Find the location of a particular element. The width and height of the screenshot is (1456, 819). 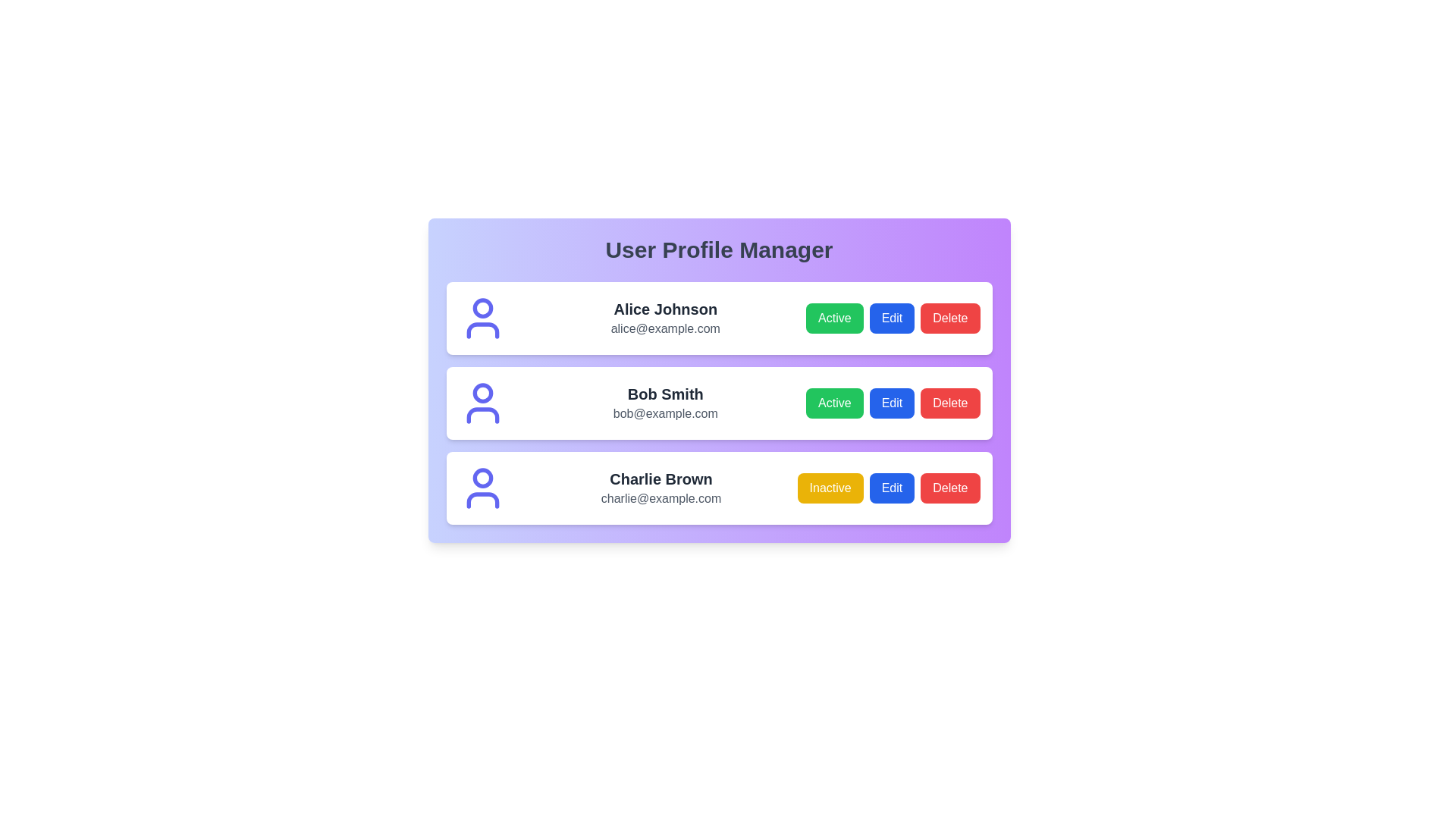

the profile icon for Alice Johnson is located at coordinates (482, 318).